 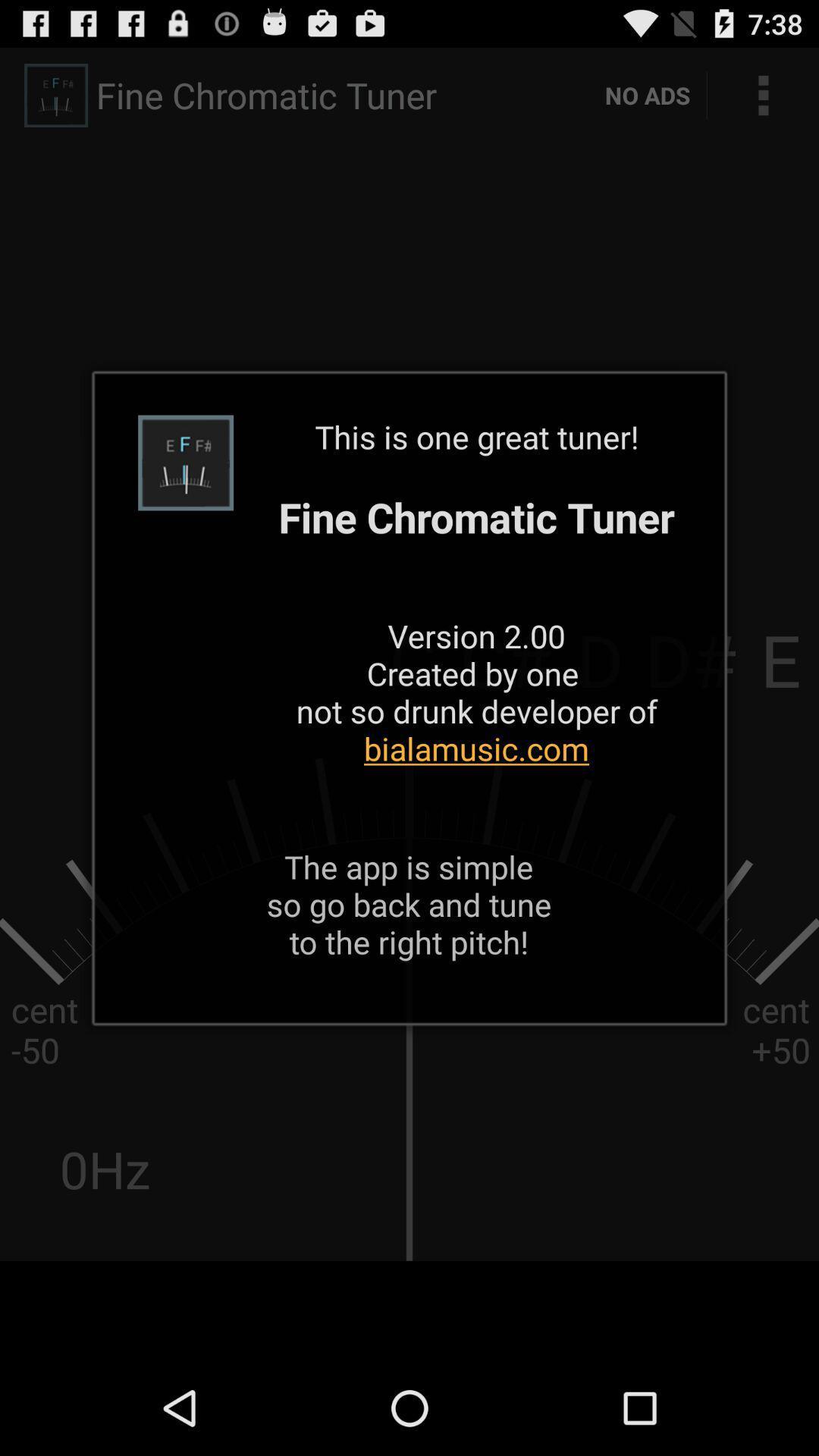 What do you see at coordinates (475, 611) in the screenshot?
I see `this is one icon` at bounding box center [475, 611].